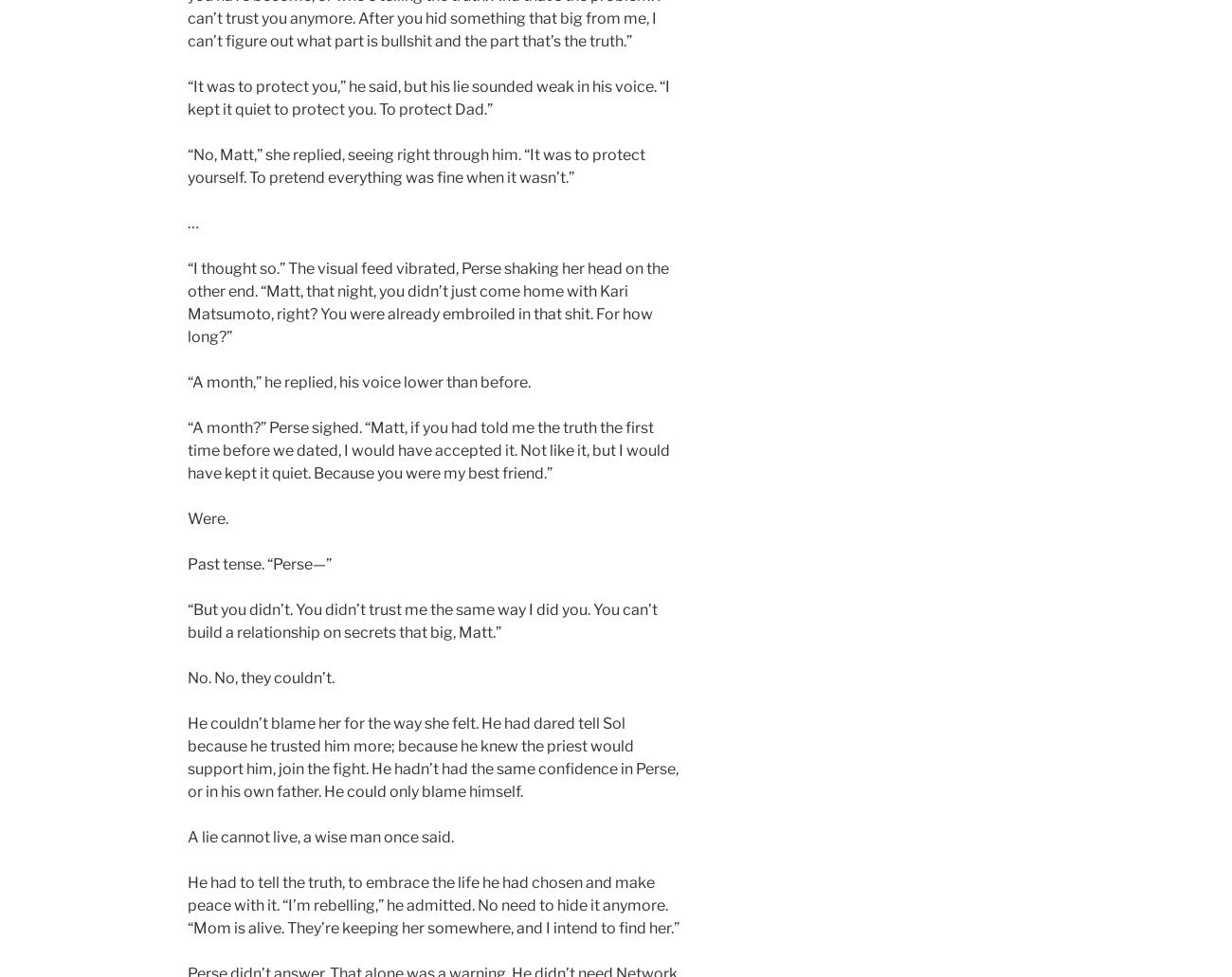  I want to click on 'He couldn’t blame her for the way she felt. He had dared tell Sol because he trusted him more; because he knew the priest would support him, join the fight. He hadn’t had the same confidence in Perse, or in his own father. He could only blame himself.', so click(431, 756).